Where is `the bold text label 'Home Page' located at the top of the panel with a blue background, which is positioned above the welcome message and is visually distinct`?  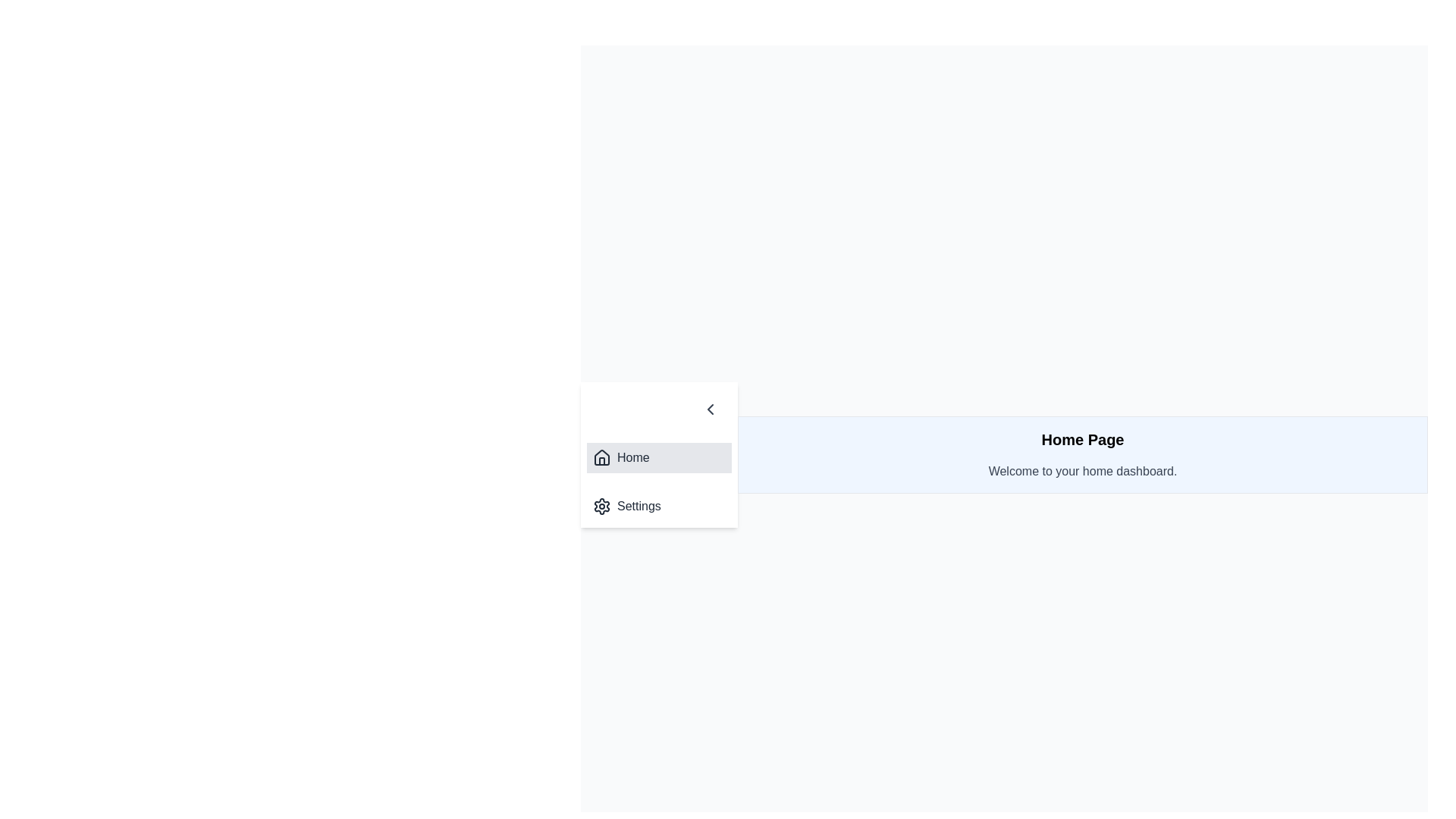
the bold text label 'Home Page' located at the top of the panel with a blue background, which is positioned above the welcome message and is visually distinct is located at coordinates (1082, 439).